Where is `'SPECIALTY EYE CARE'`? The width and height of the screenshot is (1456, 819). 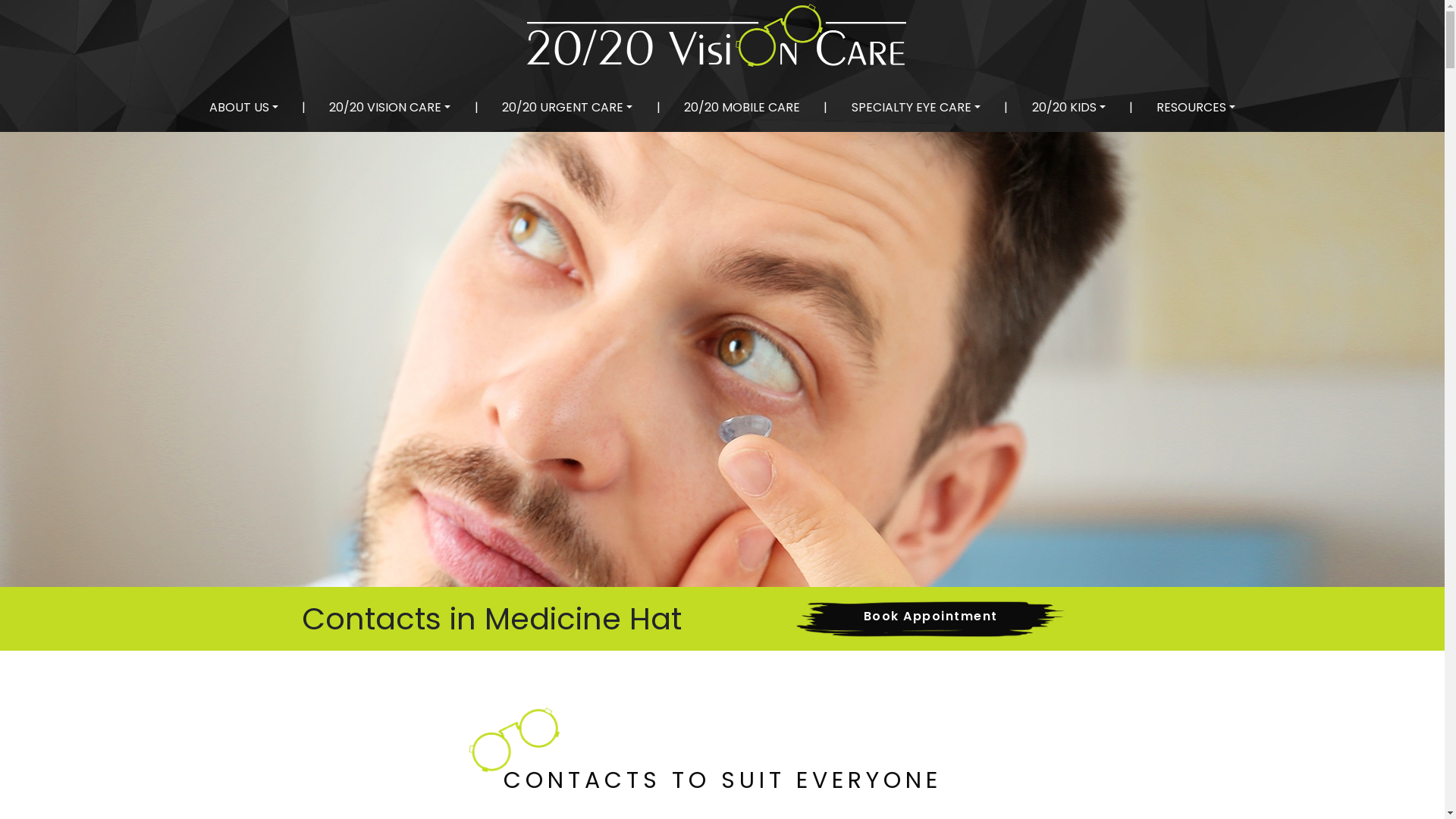
'SPECIALTY EYE CARE' is located at coordinates (844, 106).